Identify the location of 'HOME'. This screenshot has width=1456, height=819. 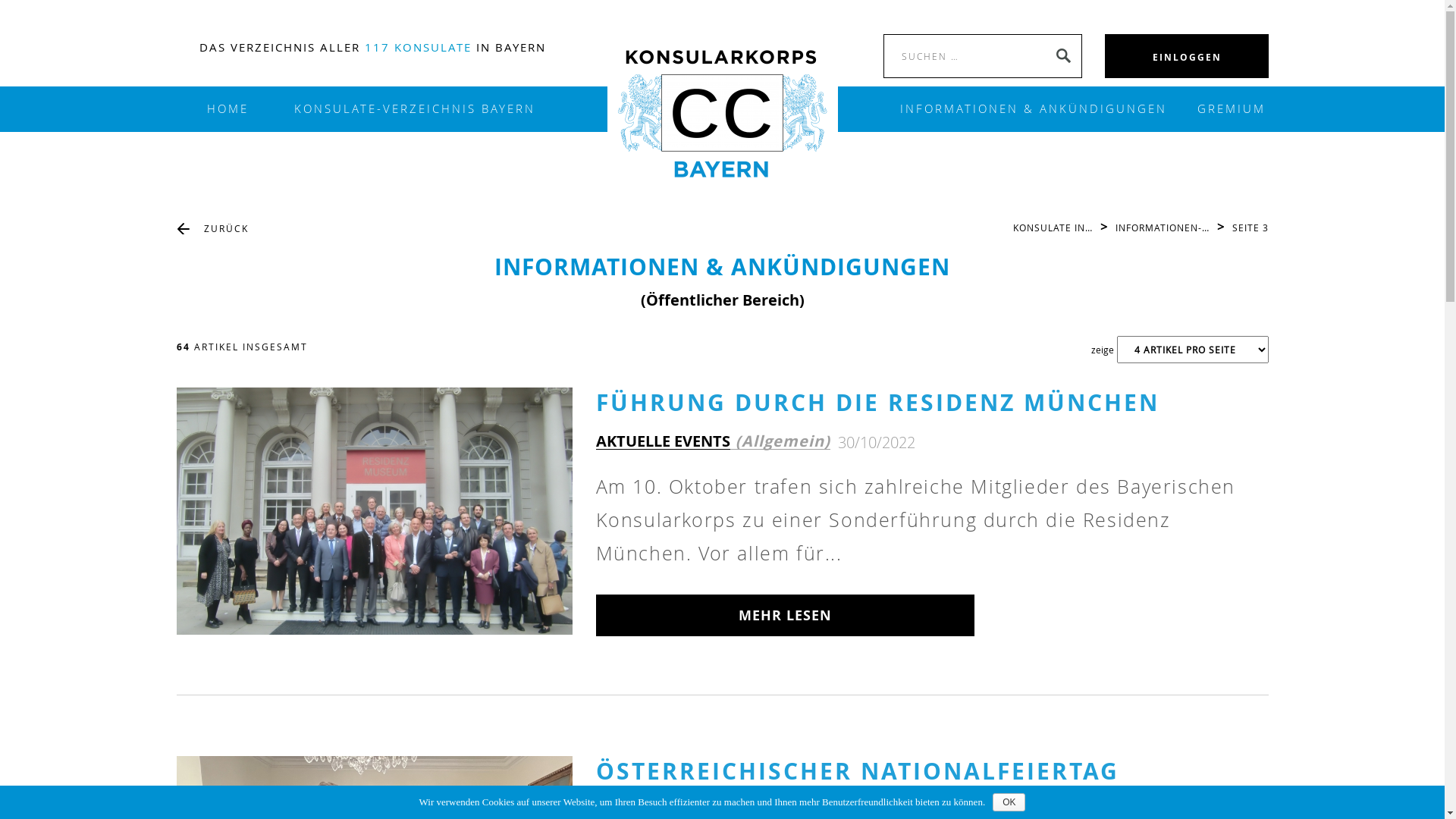
(226, 108).